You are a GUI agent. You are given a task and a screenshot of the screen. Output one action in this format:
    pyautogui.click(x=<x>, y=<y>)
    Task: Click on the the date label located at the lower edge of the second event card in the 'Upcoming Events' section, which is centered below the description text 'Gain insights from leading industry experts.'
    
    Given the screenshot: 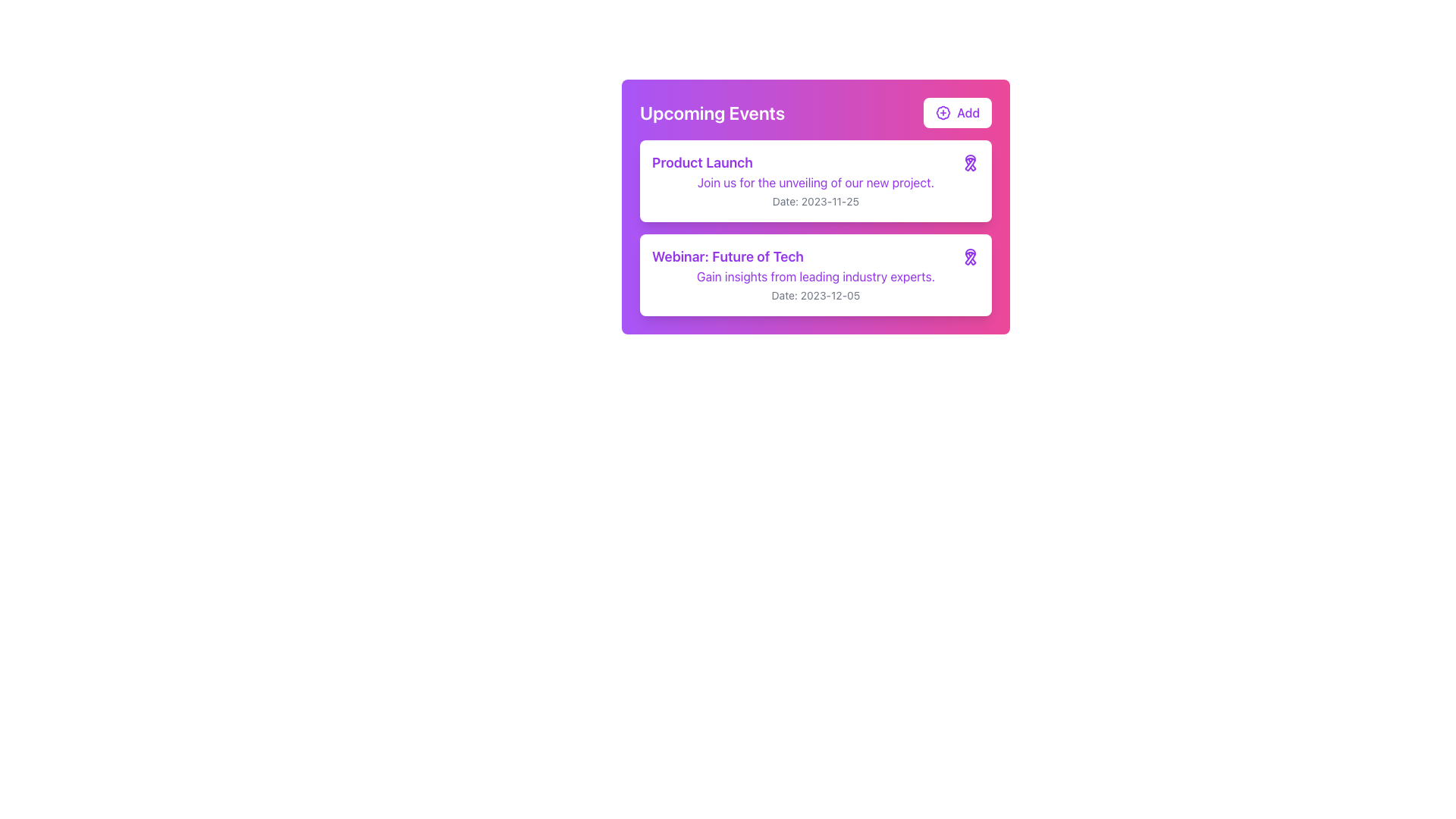 What is the action you would take?
    pyautogui.click(x=814, y=295)
    